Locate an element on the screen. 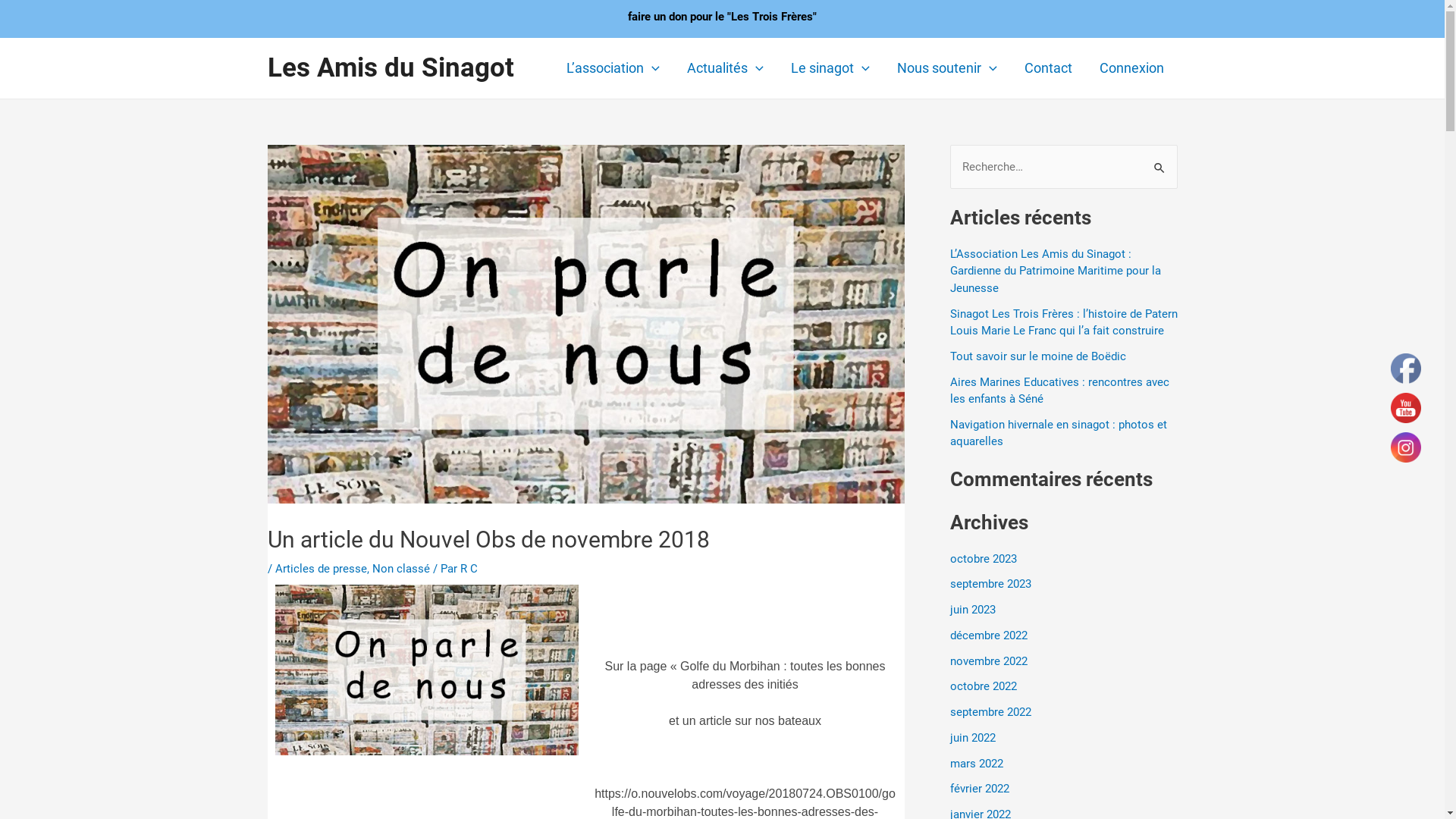 This screenshot has height=819, width=1456. 'septembre 2022' is located at coordinates (990, 711).